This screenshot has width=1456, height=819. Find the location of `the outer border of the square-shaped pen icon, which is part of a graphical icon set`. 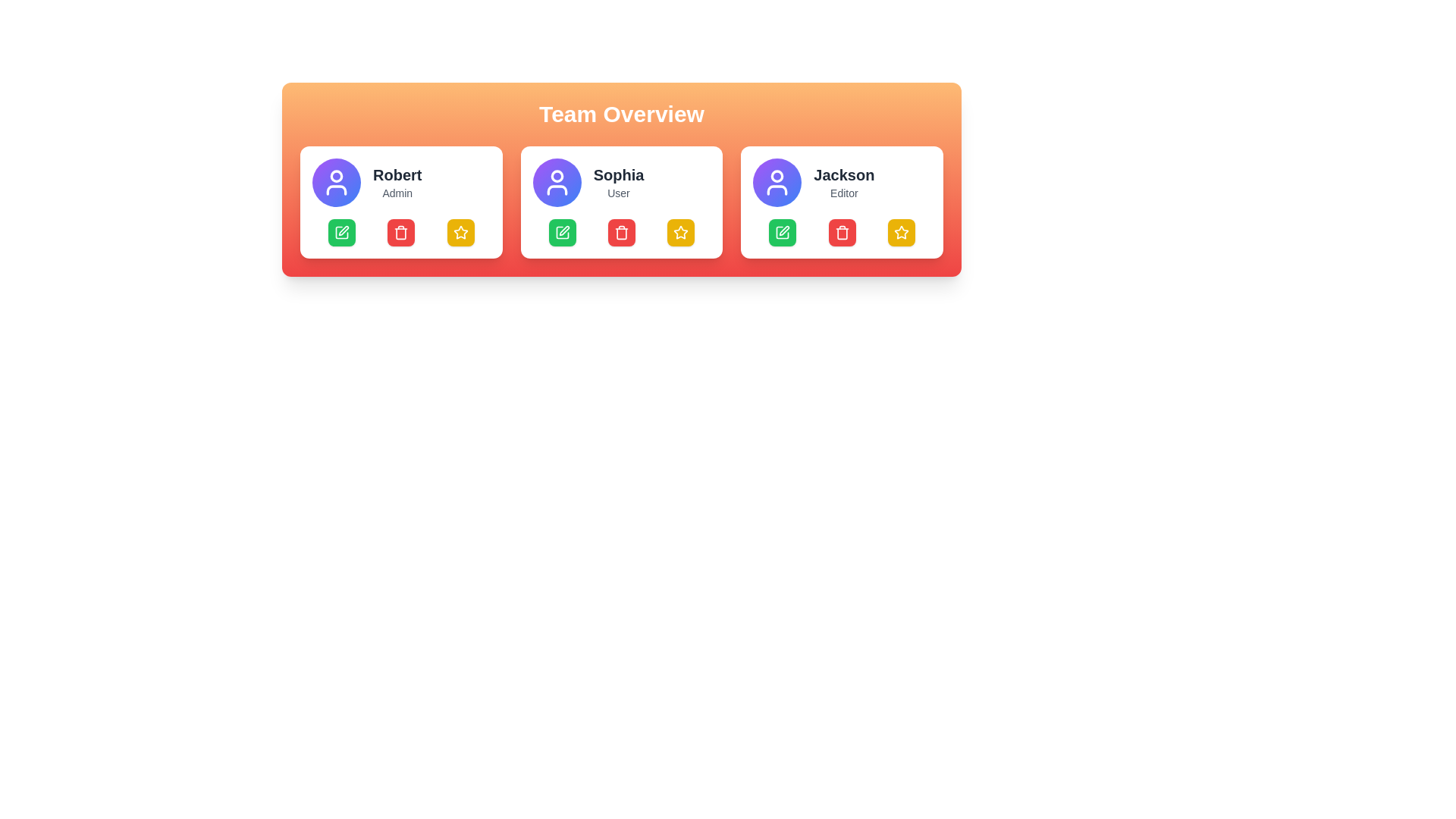

the outer border of the square-shaped pen icon, which is part of a graphical icon set is located at coordinates (783, 233).